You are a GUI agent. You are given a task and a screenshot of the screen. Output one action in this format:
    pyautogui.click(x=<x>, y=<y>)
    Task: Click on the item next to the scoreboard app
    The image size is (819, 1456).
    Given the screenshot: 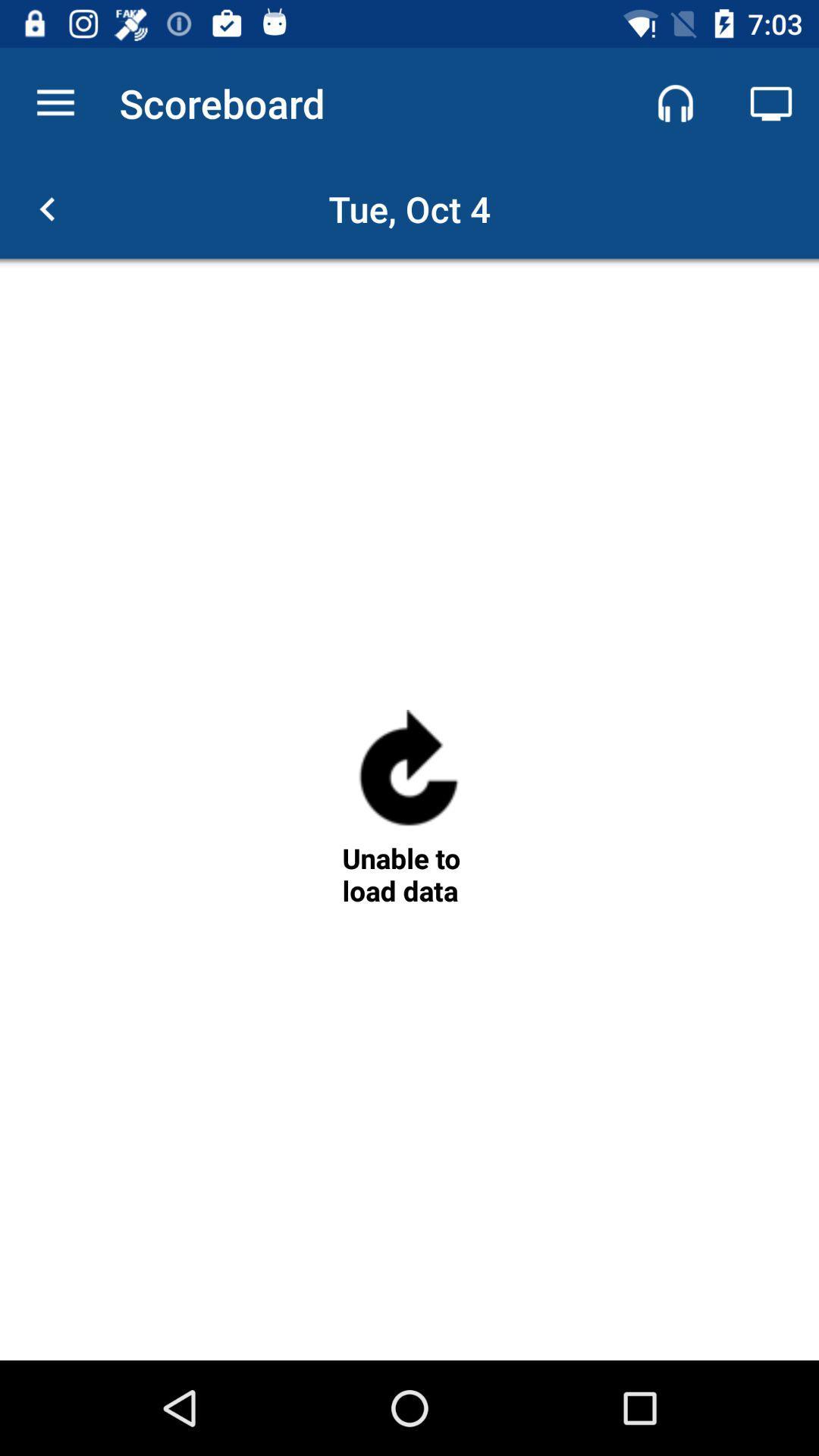 What is the action you would take?
    pyautogui.click(x=55, y=102)
    